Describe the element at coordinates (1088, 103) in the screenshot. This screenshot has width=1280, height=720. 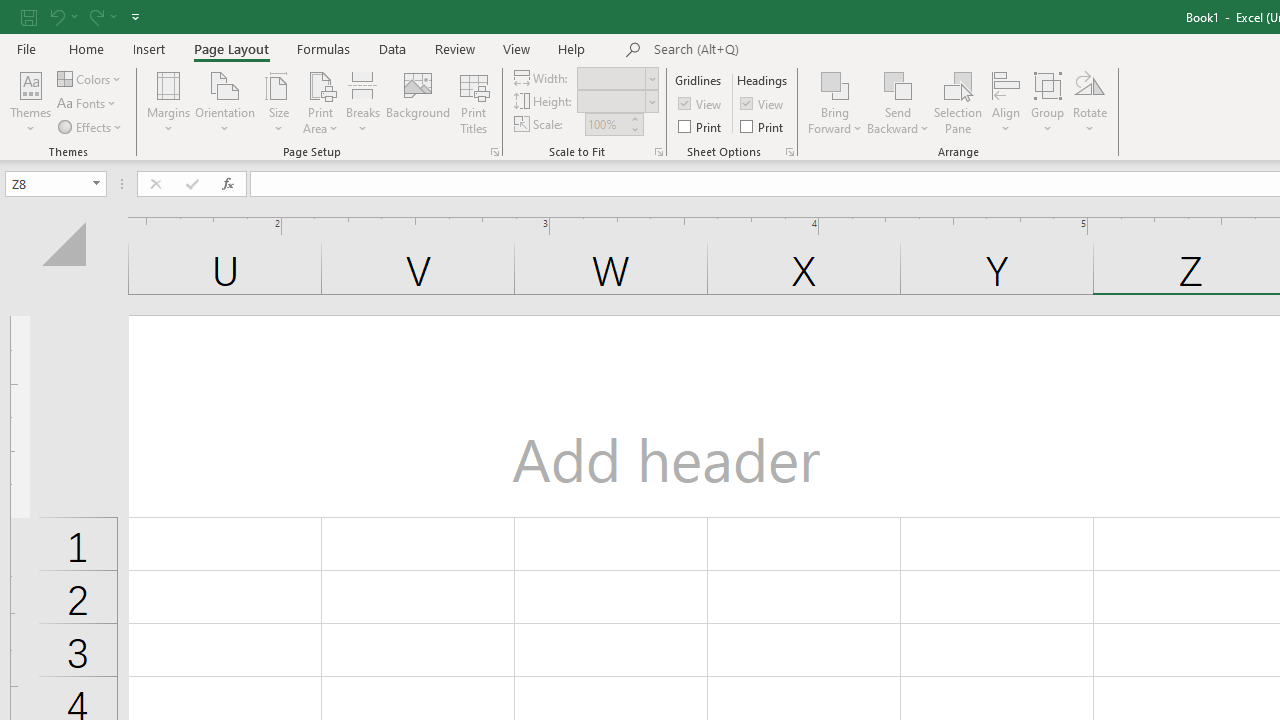
I see `'Rotate'` at that location.